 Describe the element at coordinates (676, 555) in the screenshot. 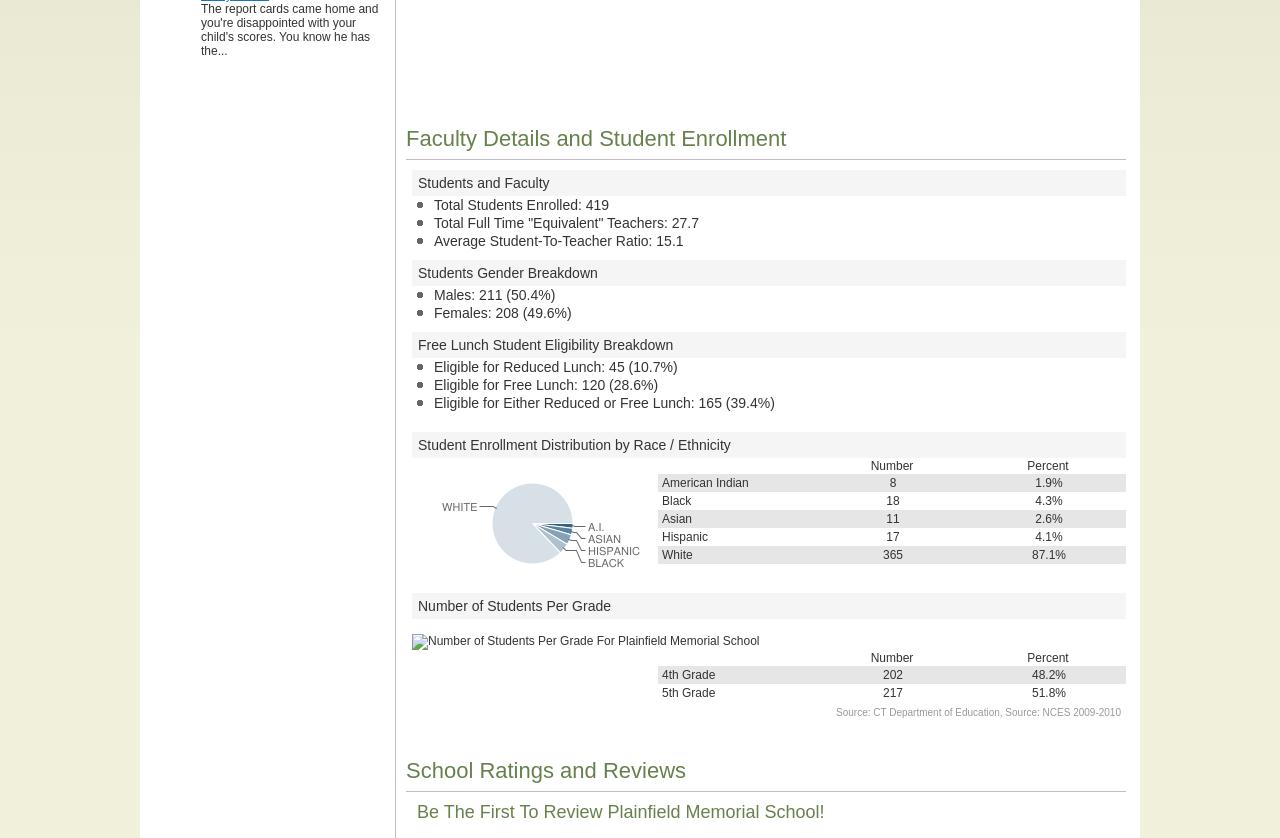

I see `'White'` at that location.